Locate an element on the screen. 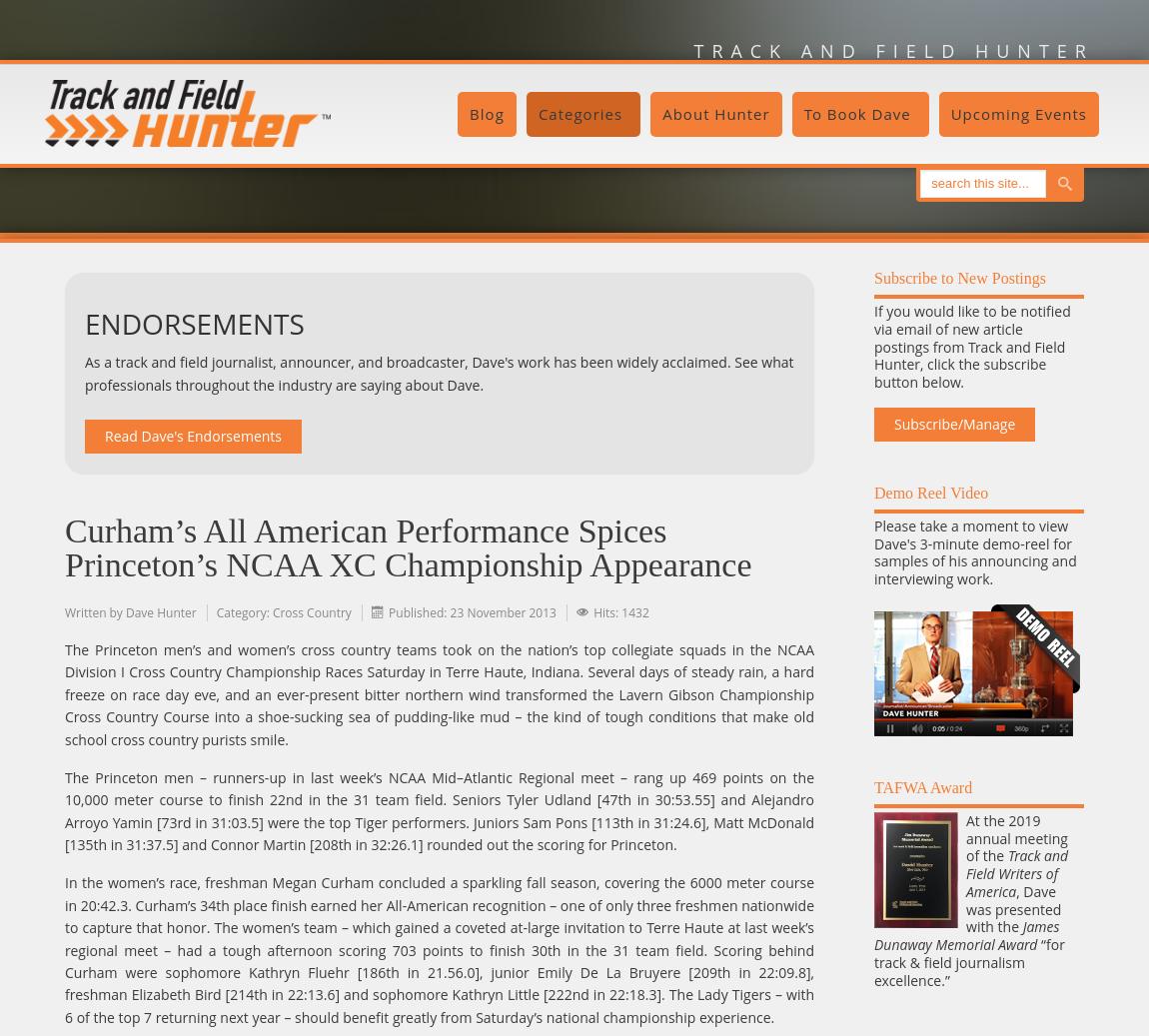 This screenshot has height=1036, width=1149. 'Categories' is located at coordinates (578, 112).